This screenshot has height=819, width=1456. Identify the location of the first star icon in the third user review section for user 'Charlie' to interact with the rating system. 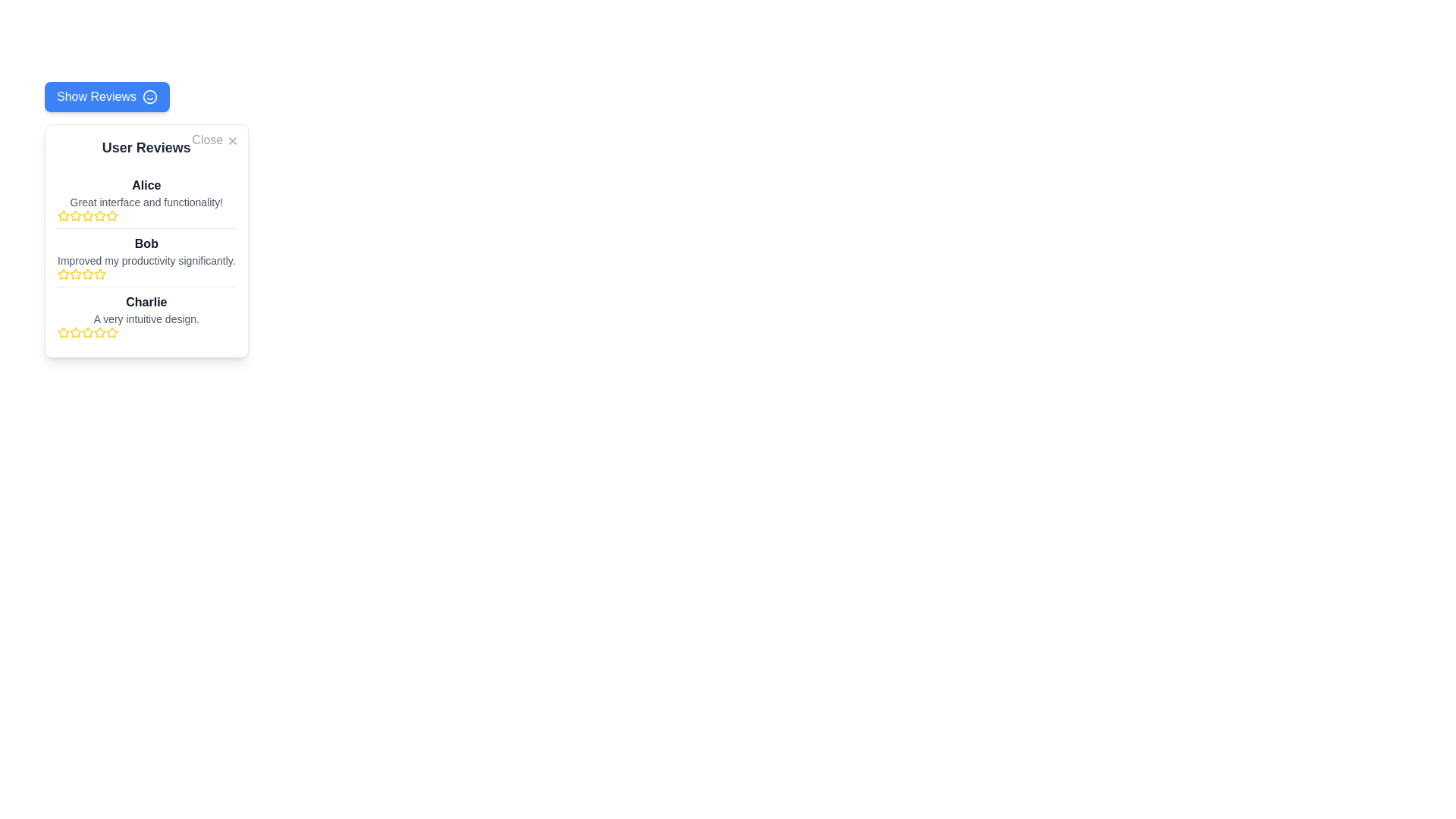
(62, 332).